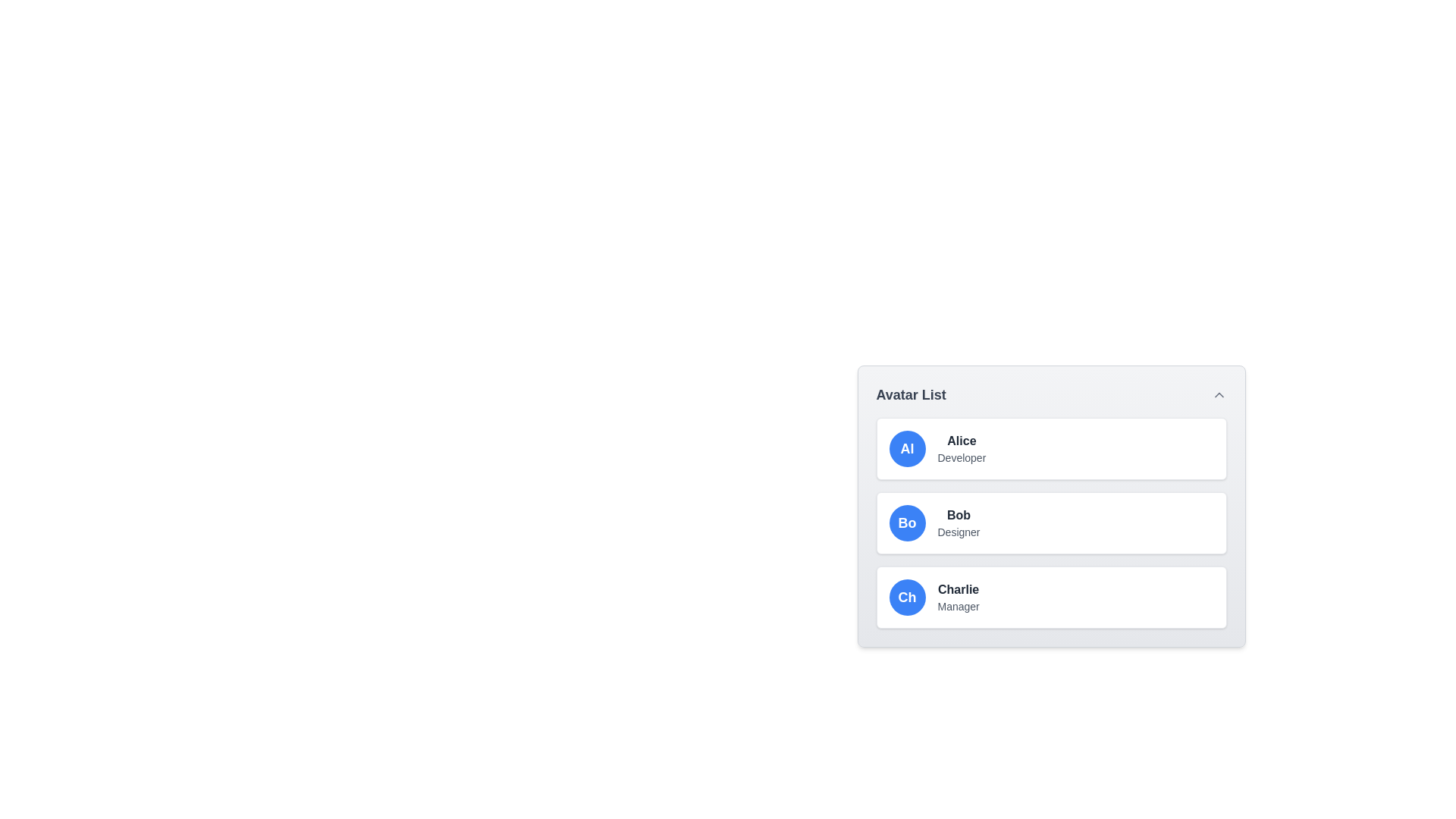  What do you see at coordinates (1050, 522) in the screenshot?
I see `the profile card for user 'Bob', who is a 'Designer', located as the second card in a vertical list of three profiles` at bounding box center [1050, 522].